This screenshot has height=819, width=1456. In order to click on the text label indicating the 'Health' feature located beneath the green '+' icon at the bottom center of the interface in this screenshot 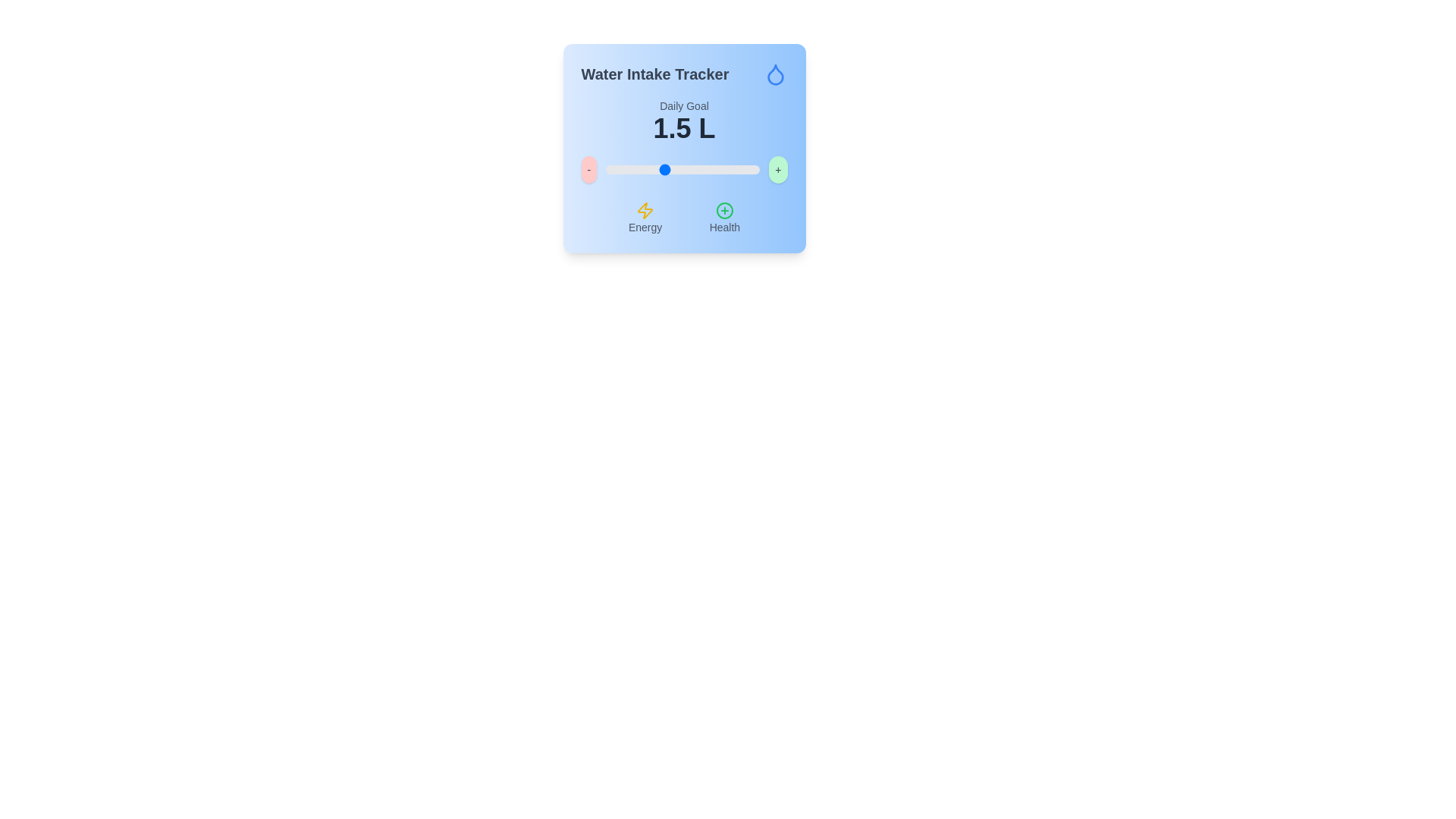, I will do `click(723, 227)`.